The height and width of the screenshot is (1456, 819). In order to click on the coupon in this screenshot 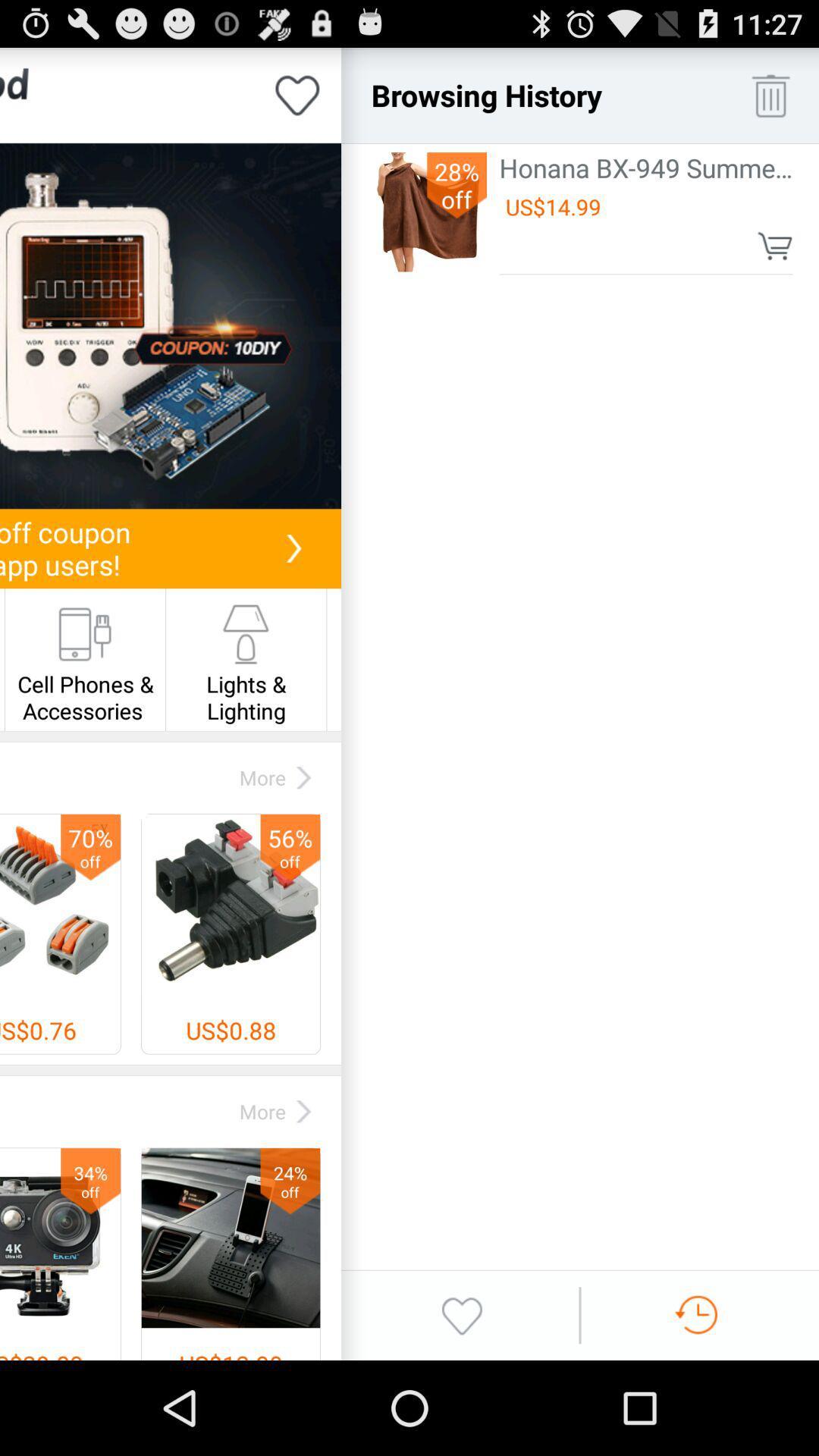, I will do `click(170, 325)`.